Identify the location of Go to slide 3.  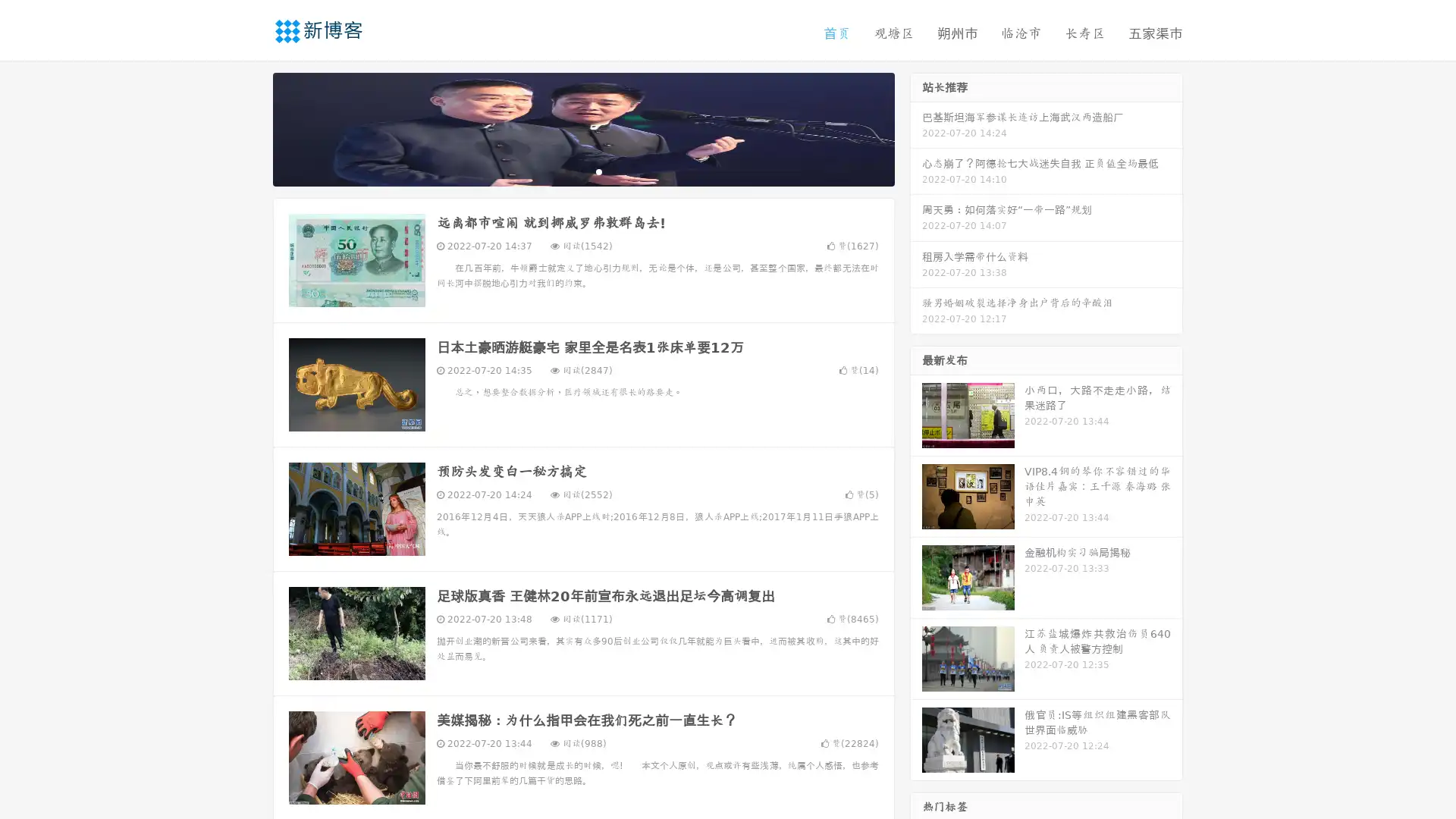
(598, 171).